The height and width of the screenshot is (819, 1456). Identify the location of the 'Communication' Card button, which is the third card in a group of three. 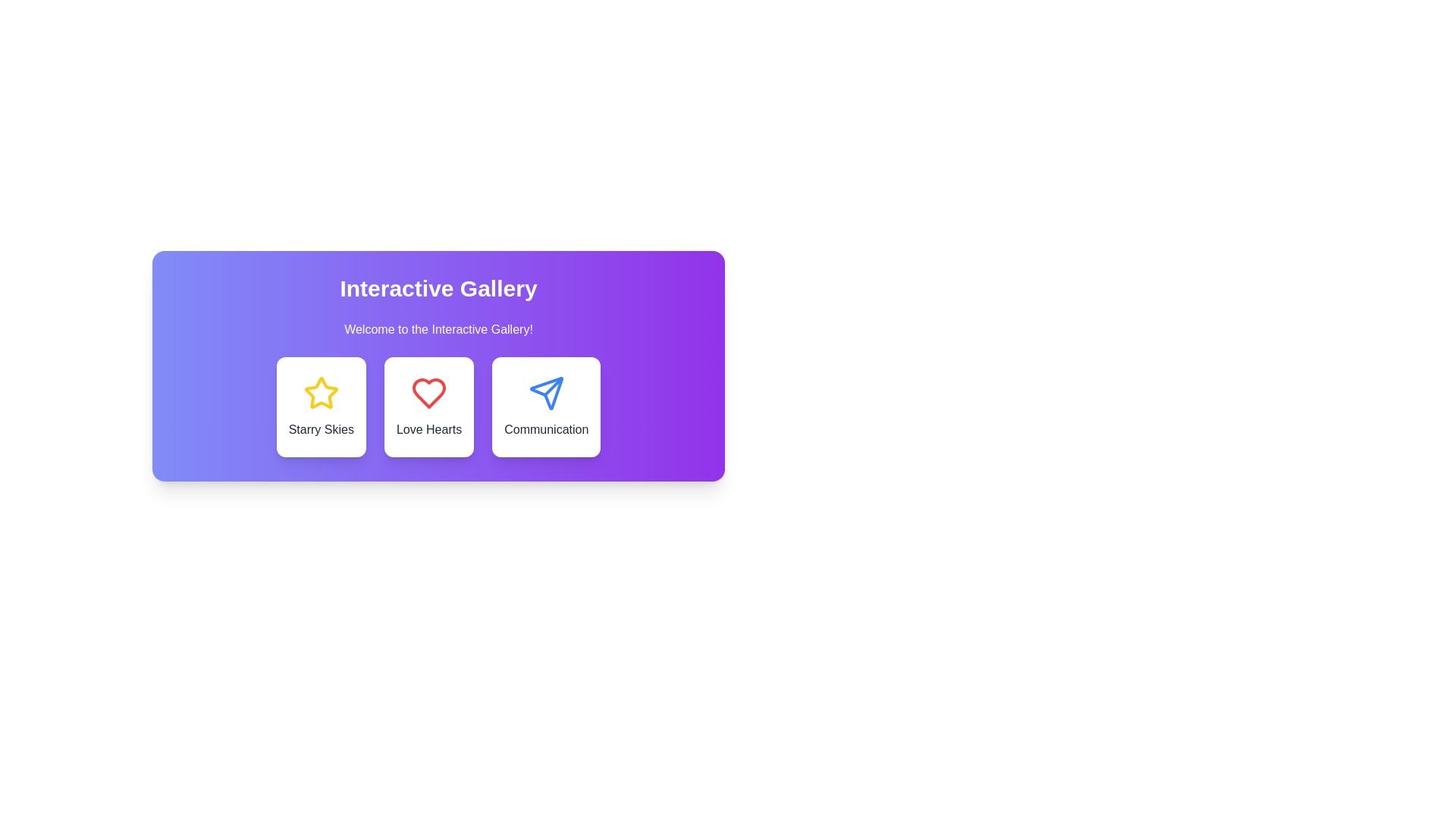
(546, 406).